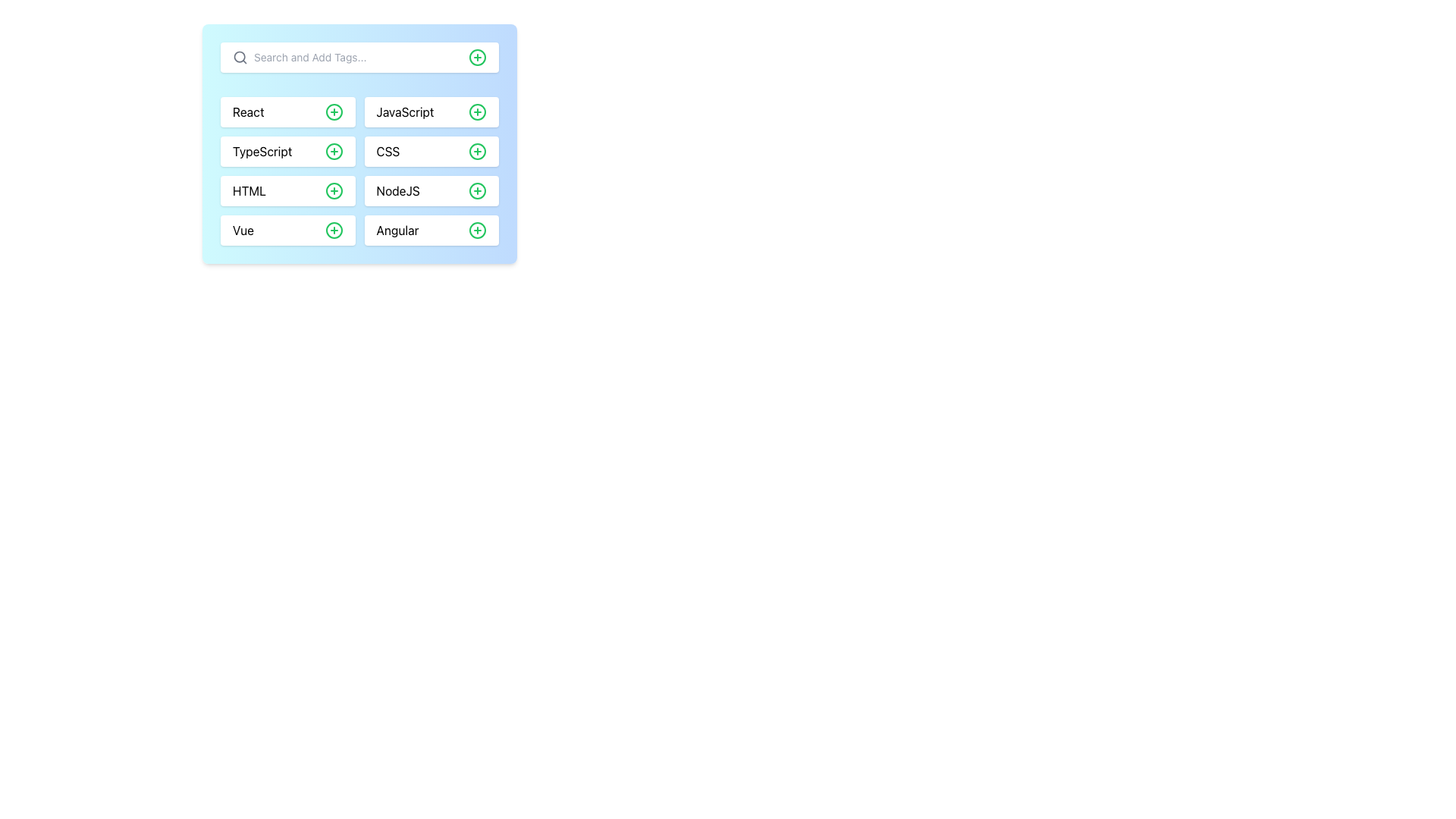  What do you see at coordinates (249, 190) in the screenshot?
I see `the 'HTML' tag button label located in the left-middle part of the interface, situated to the right of the 'TypeScript' button and to the left of the 'CSS' button` at bounding box center [249, 190].